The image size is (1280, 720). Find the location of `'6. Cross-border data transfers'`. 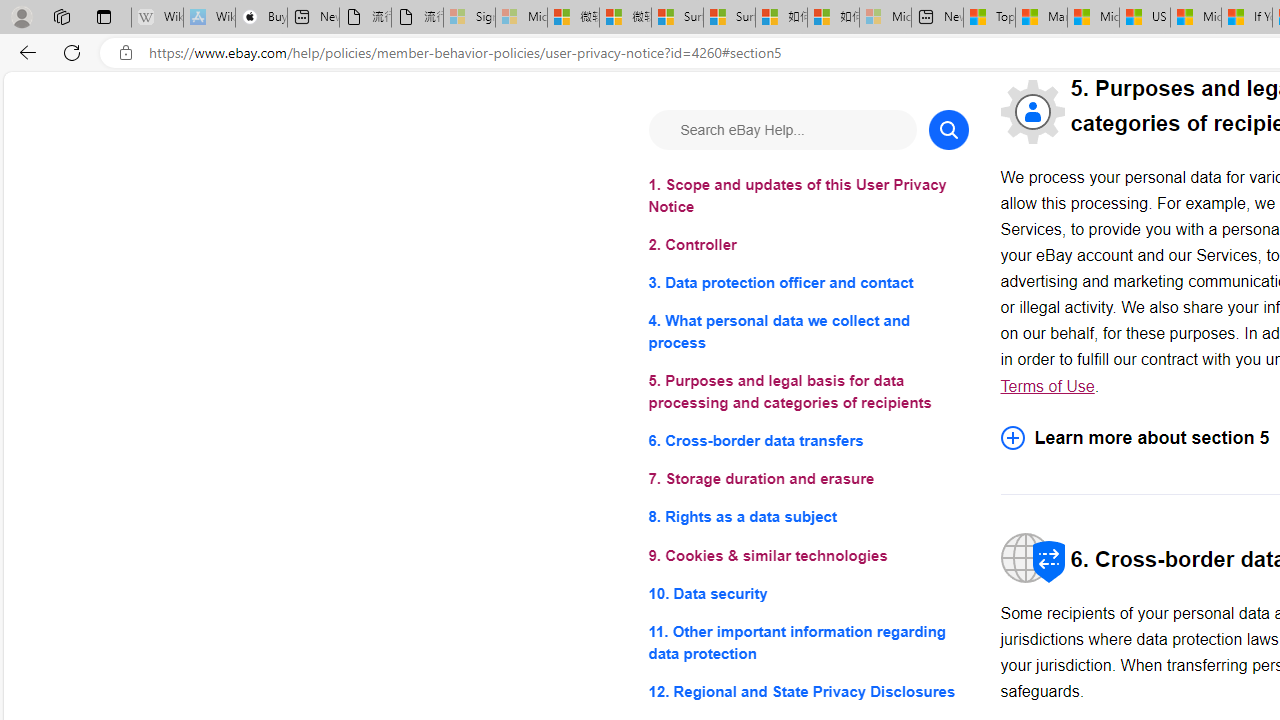

'6. Cross-border data transfers' is located at coordinates (808, 440).